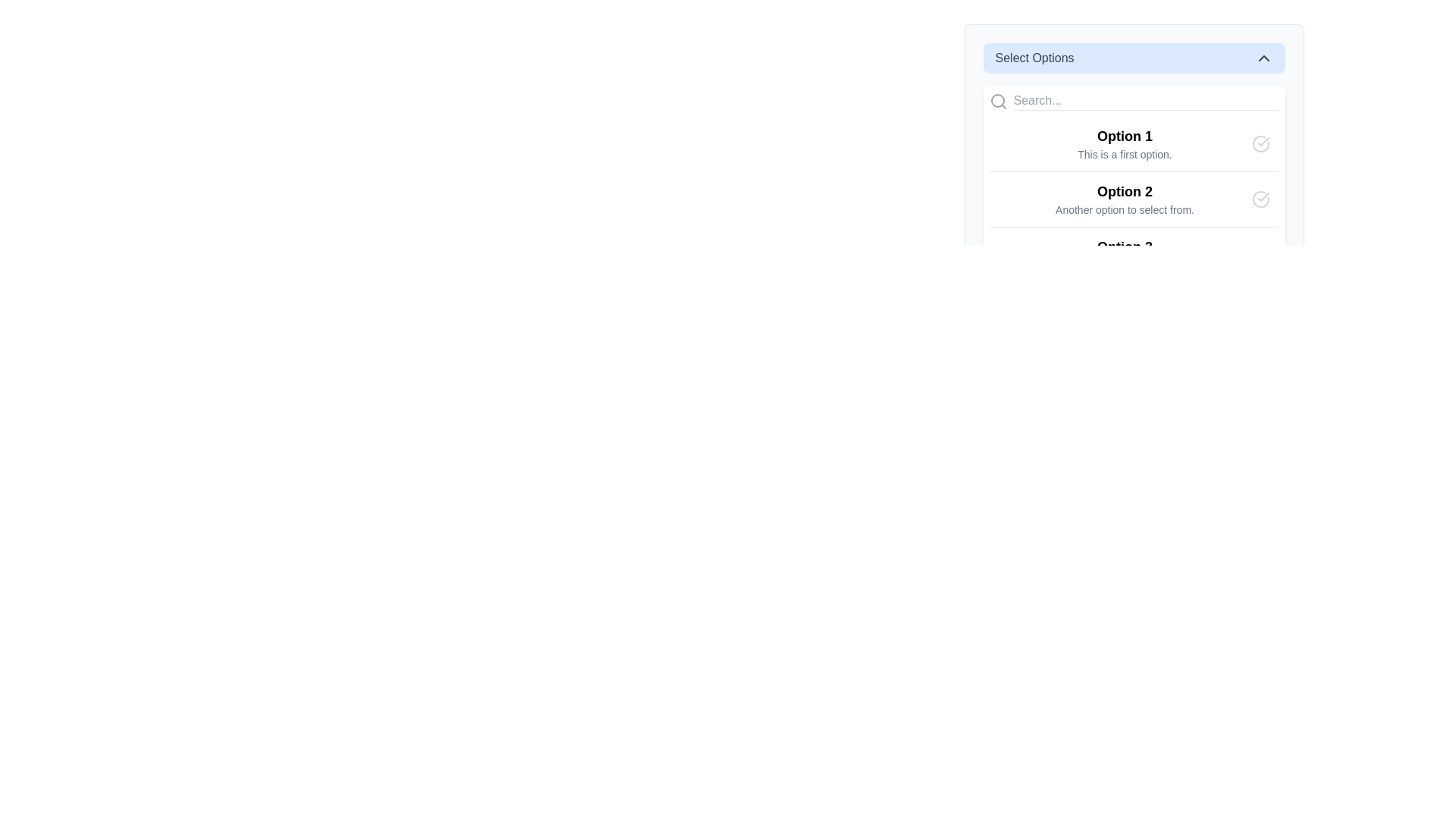 This screenshot has height=819, width=1456. I want to click on the list item titled 'Option 1' with a descriptive text below it and a checkmark icon, so click(1134, 165).